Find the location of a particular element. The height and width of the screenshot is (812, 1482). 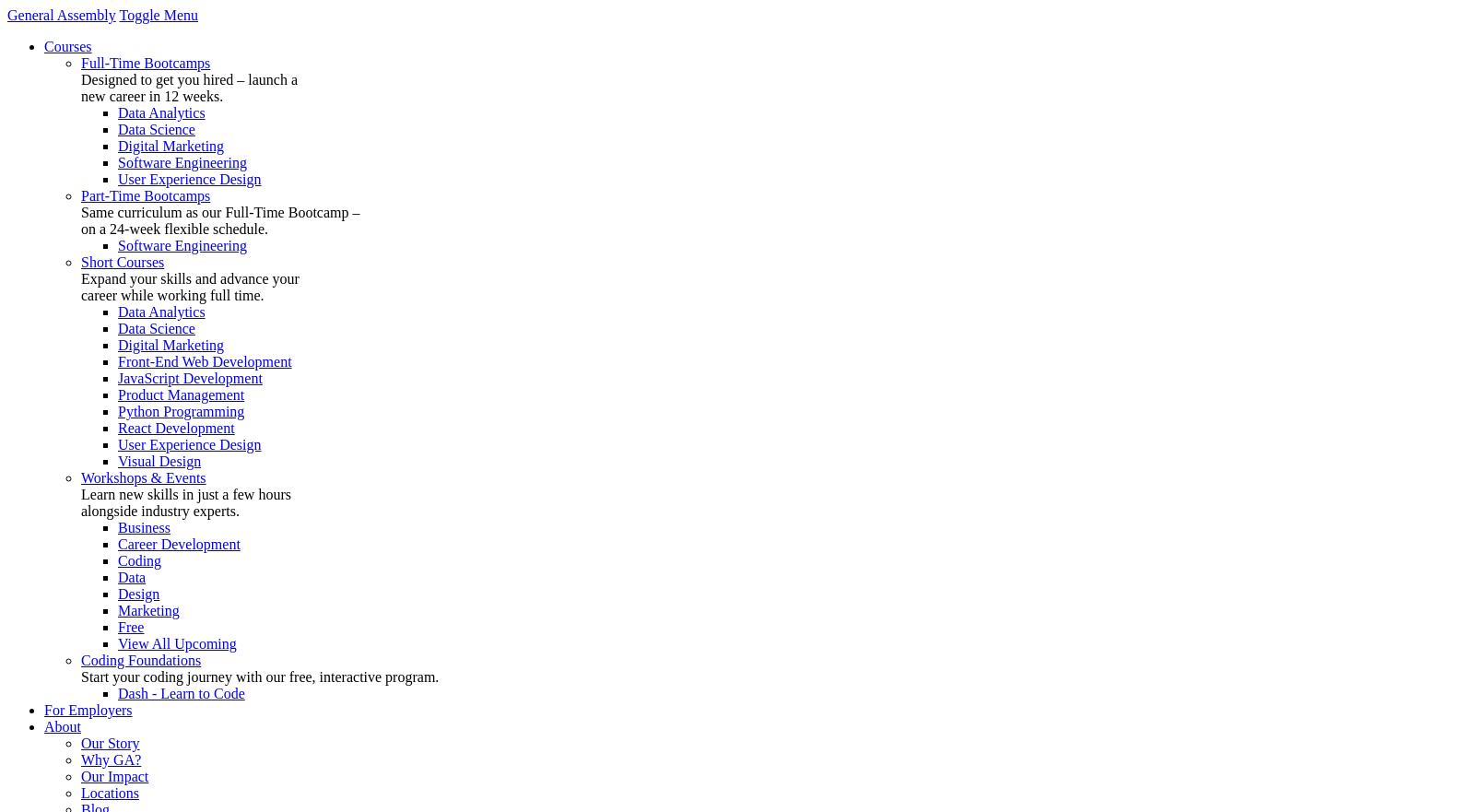

'Learn new skills in just a few hours' is located at coordinates (184, 494).